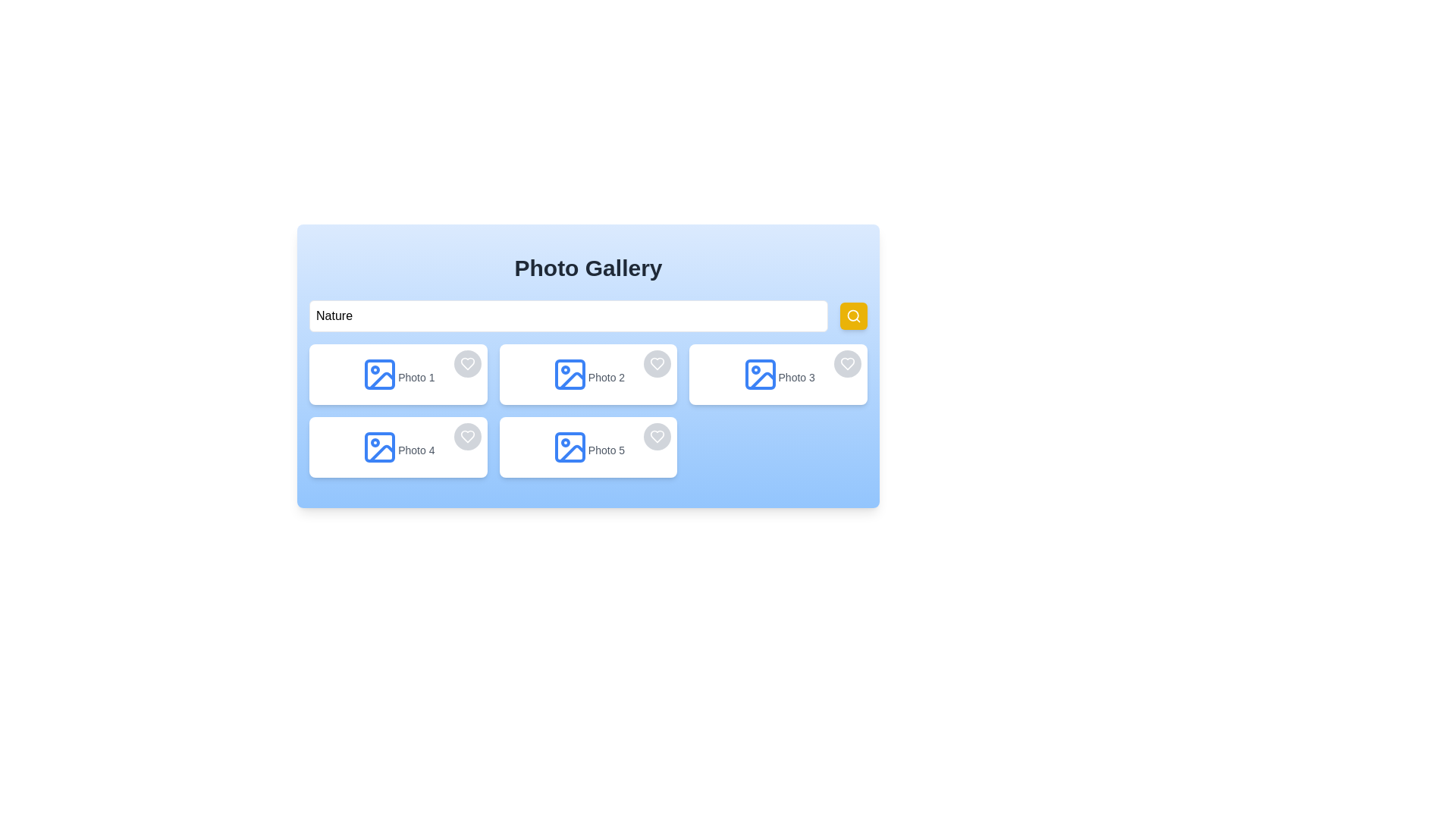 The height and width of the screenshot is (819, 1456). Describe the element at coordinates (380, 374) in the screenshot. I see `the small, rounded rectangle located near the top-left corner of the image placeholder icon, characterized by a white or light-colored background` at that location.